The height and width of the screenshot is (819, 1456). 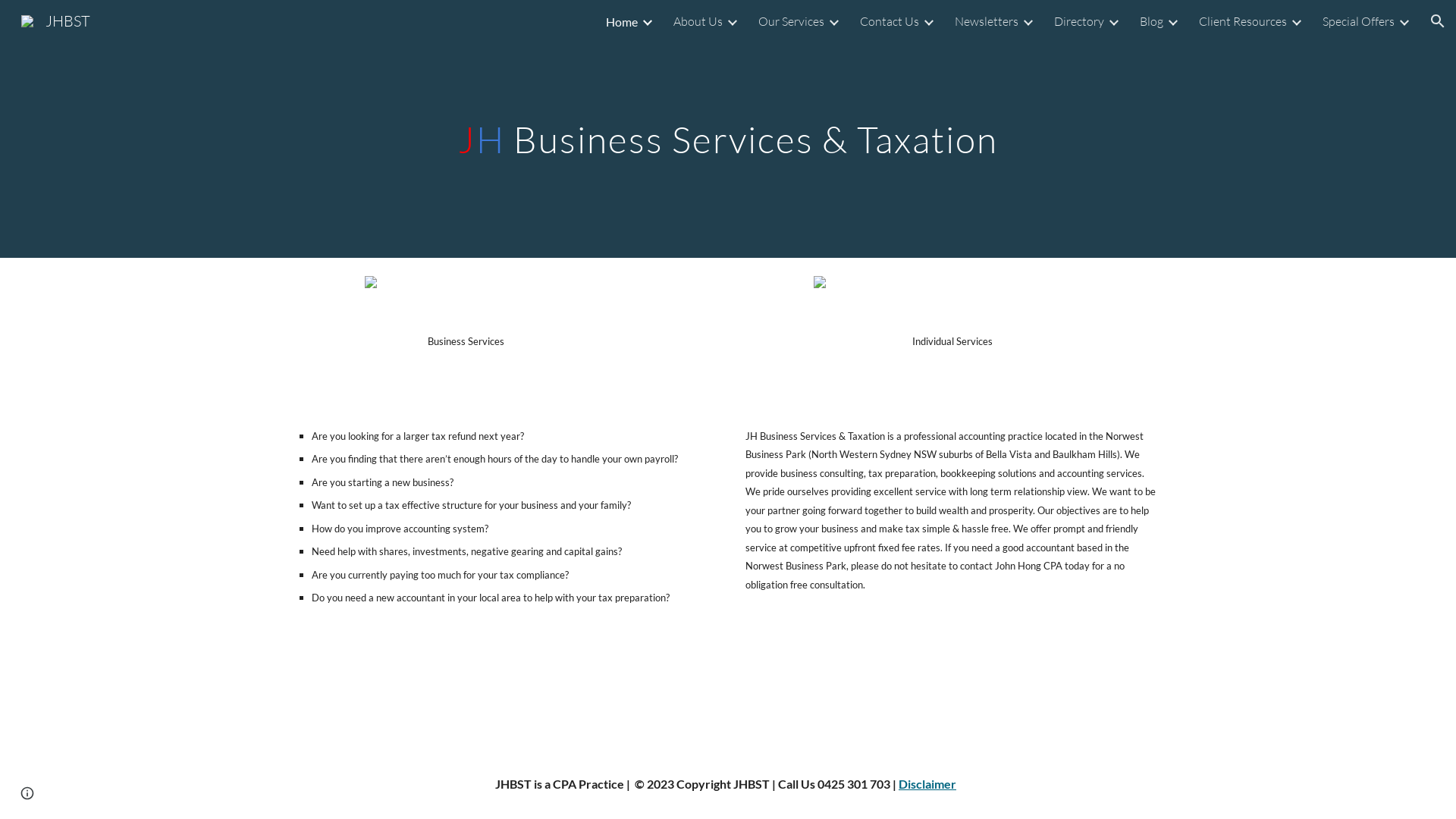 What do you see at coordinates (1053, 20) in the screenshot?
I see `'Directory'` at bounding box center [1053, 20].